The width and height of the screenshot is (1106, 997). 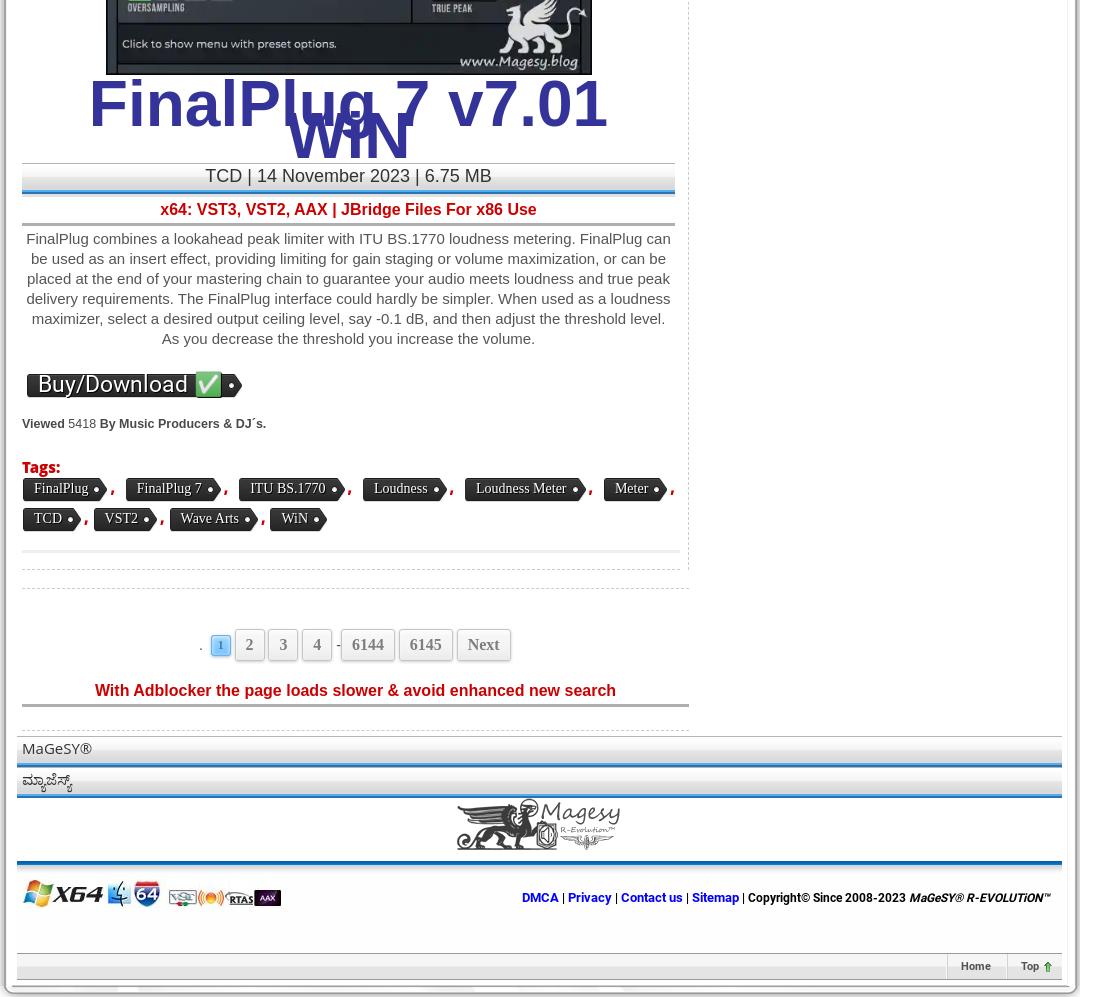 I want to click on 'FinalPlug 7', so click(x=168, y=488).